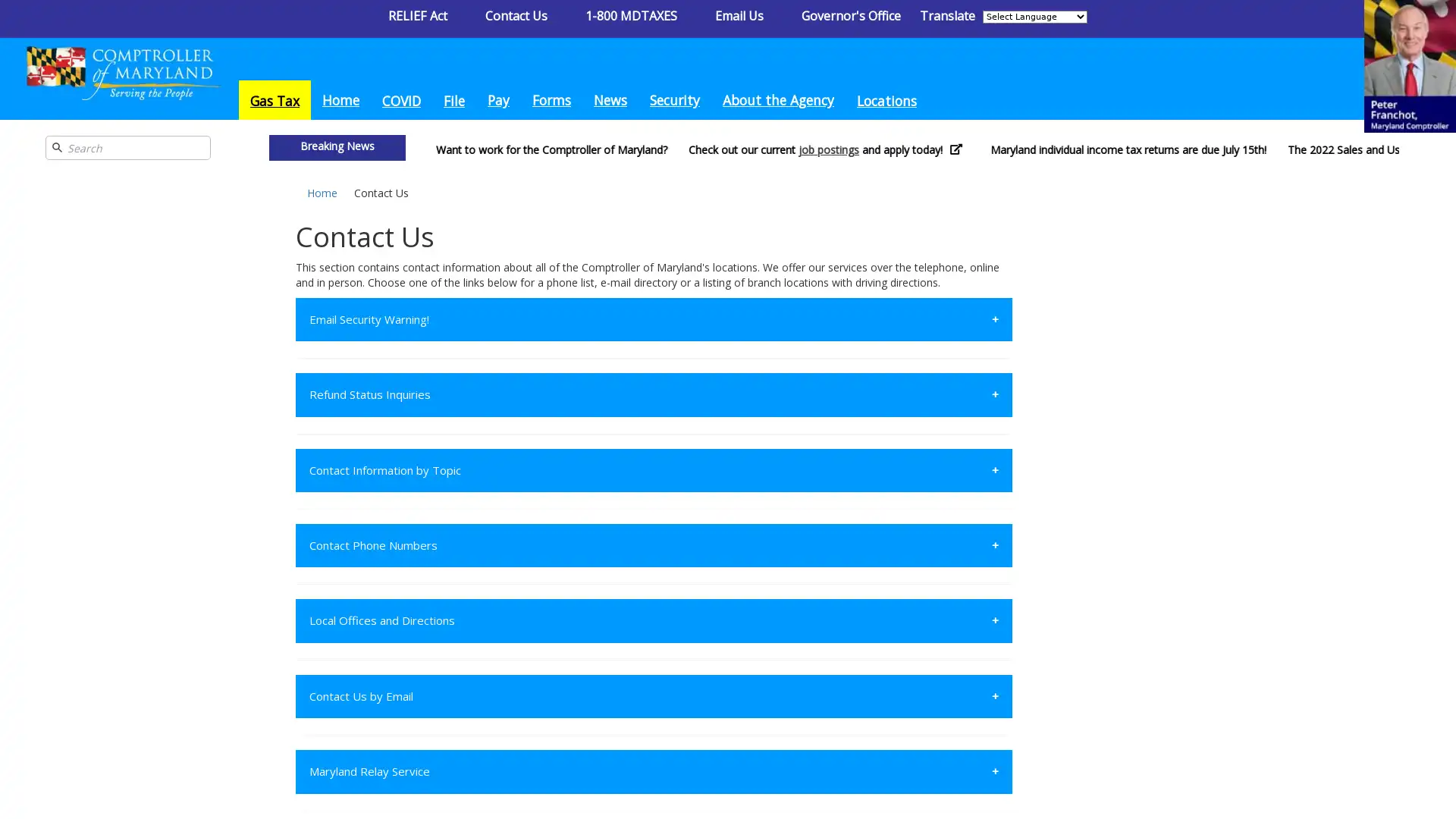  What do you see at coordinates (654, 469) in the screenshot?
I see `Contact Information by Topic +` at bounding box center [654, 469].